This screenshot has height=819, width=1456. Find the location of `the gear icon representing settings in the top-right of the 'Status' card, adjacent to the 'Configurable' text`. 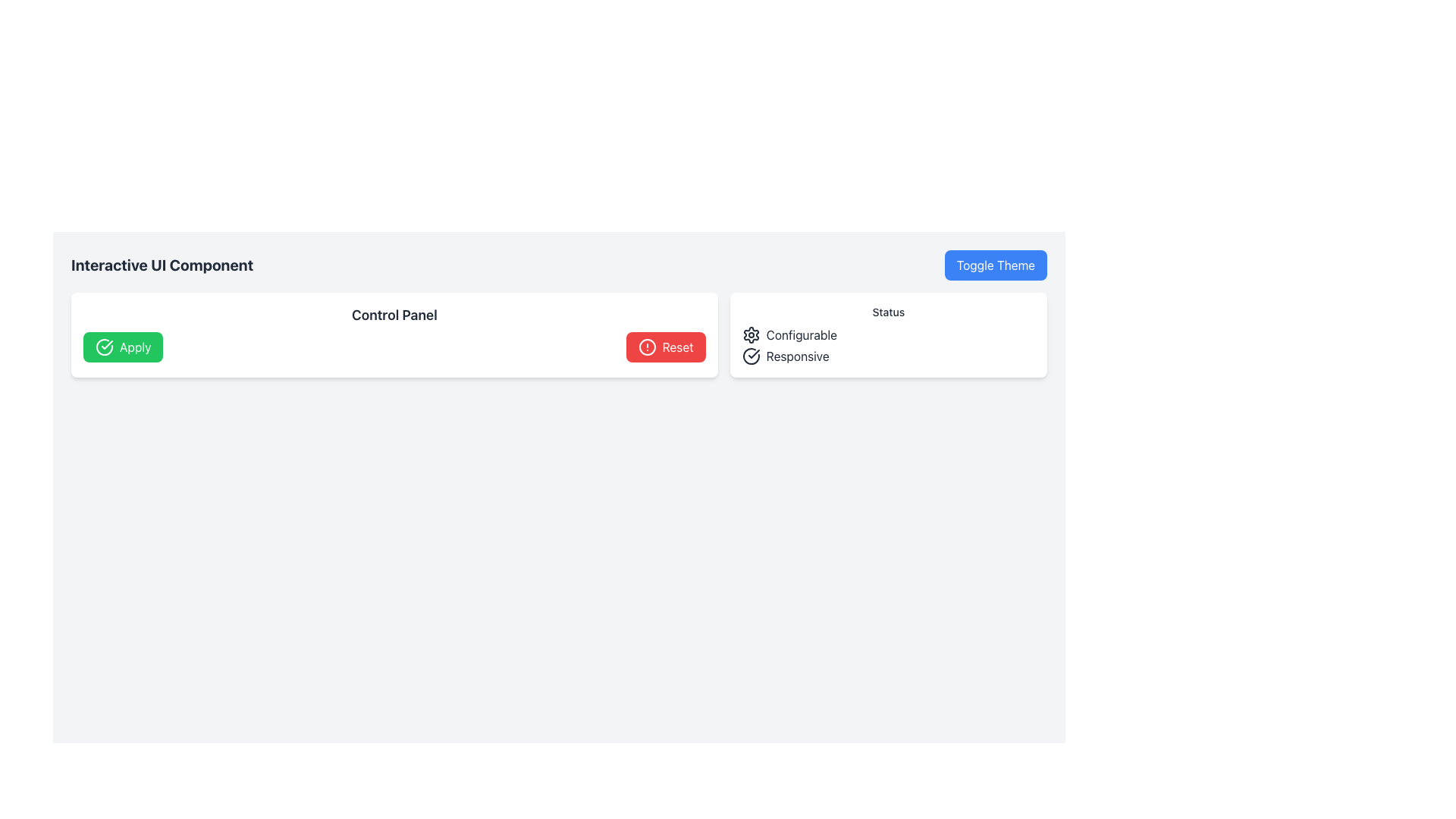

the gear icon representing settings in the top-right of the 'Status' card, adjacent to the 'Configurable' text is located at coordinates (751, 334).